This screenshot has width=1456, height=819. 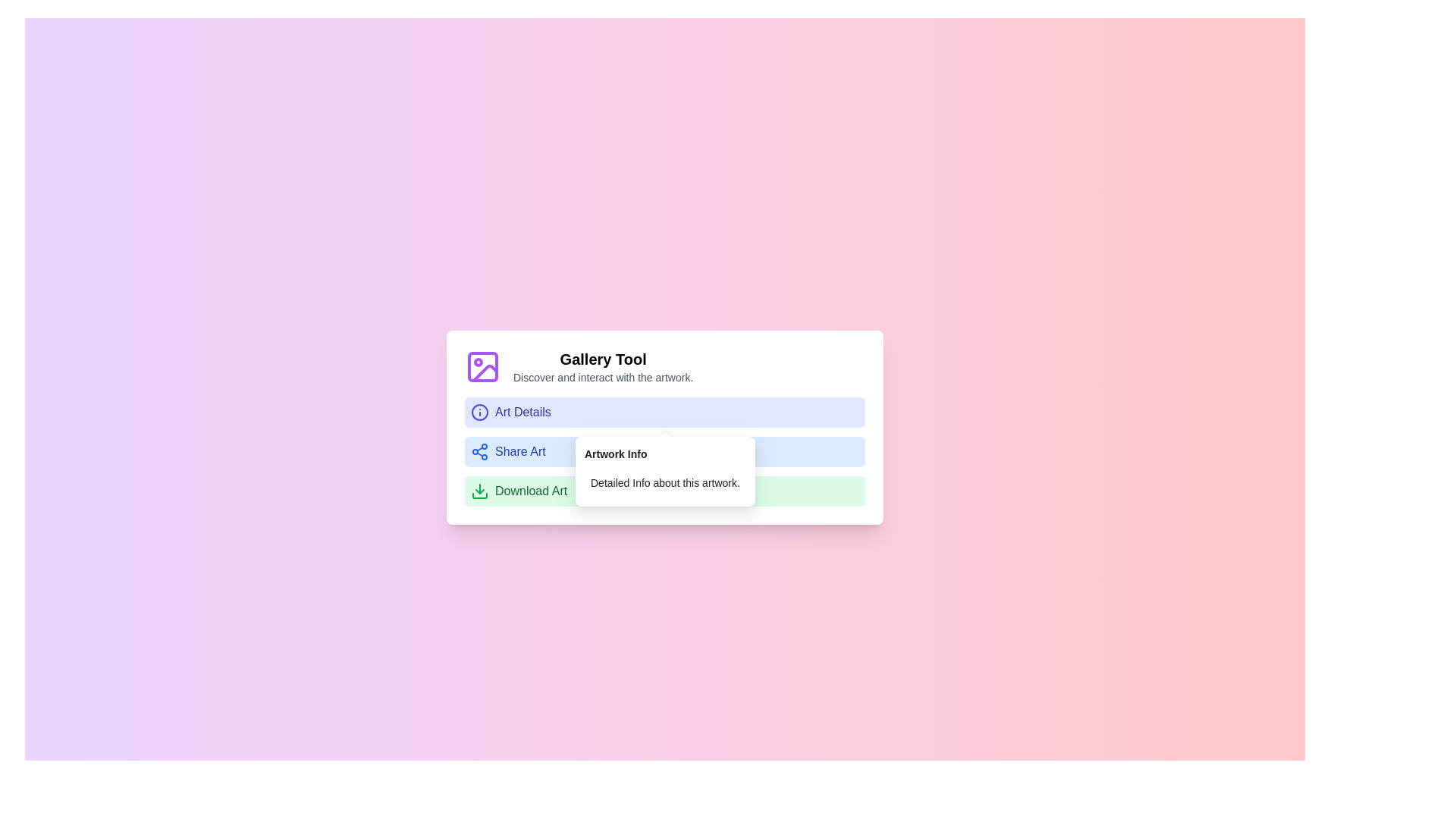 I want to click on the Text Label that provides a brief description of the 'Gallery Tool' section, located below the section title, so click(x=602, y=376).